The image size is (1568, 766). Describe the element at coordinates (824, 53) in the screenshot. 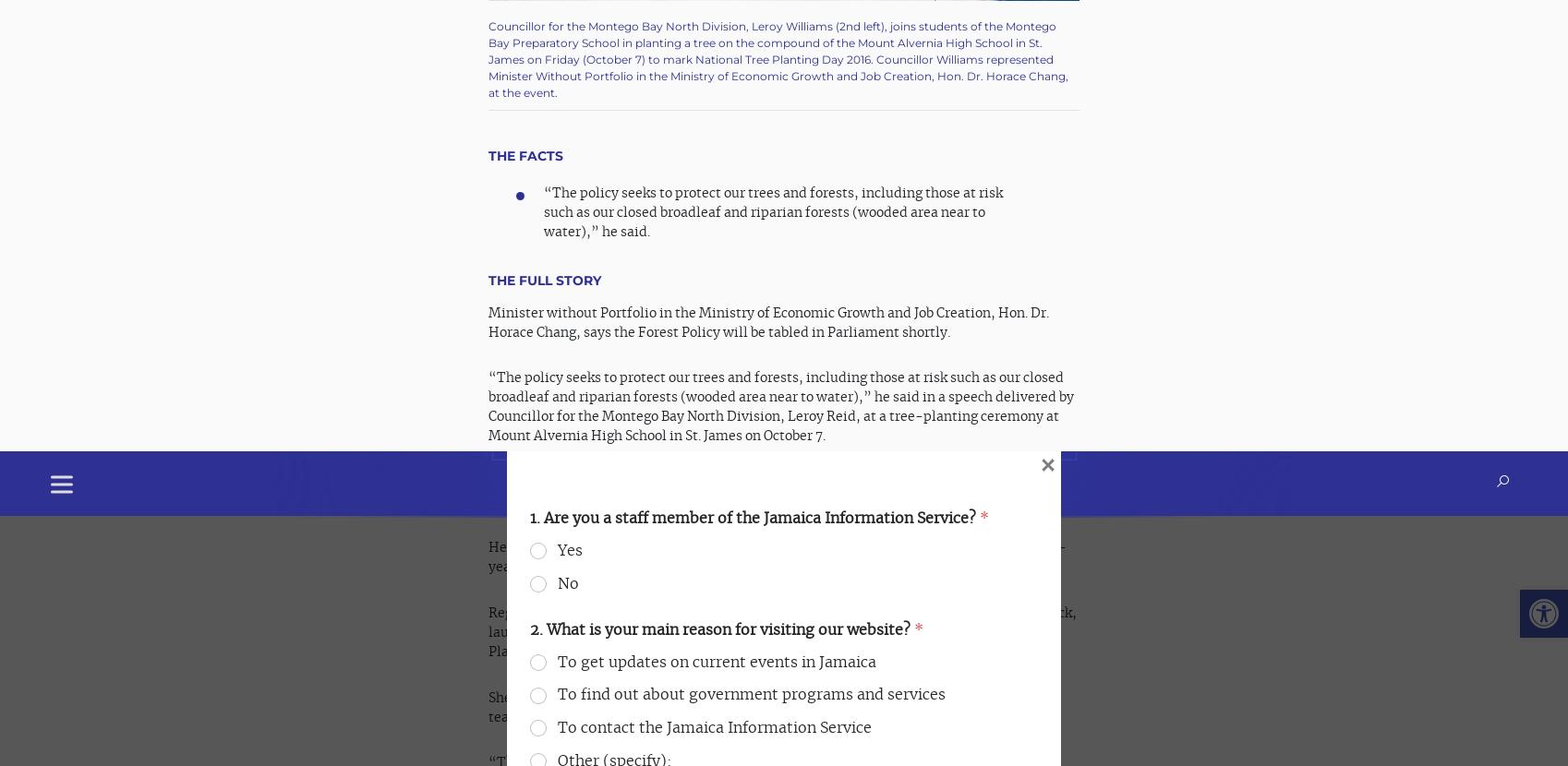

I see `','` at that location.